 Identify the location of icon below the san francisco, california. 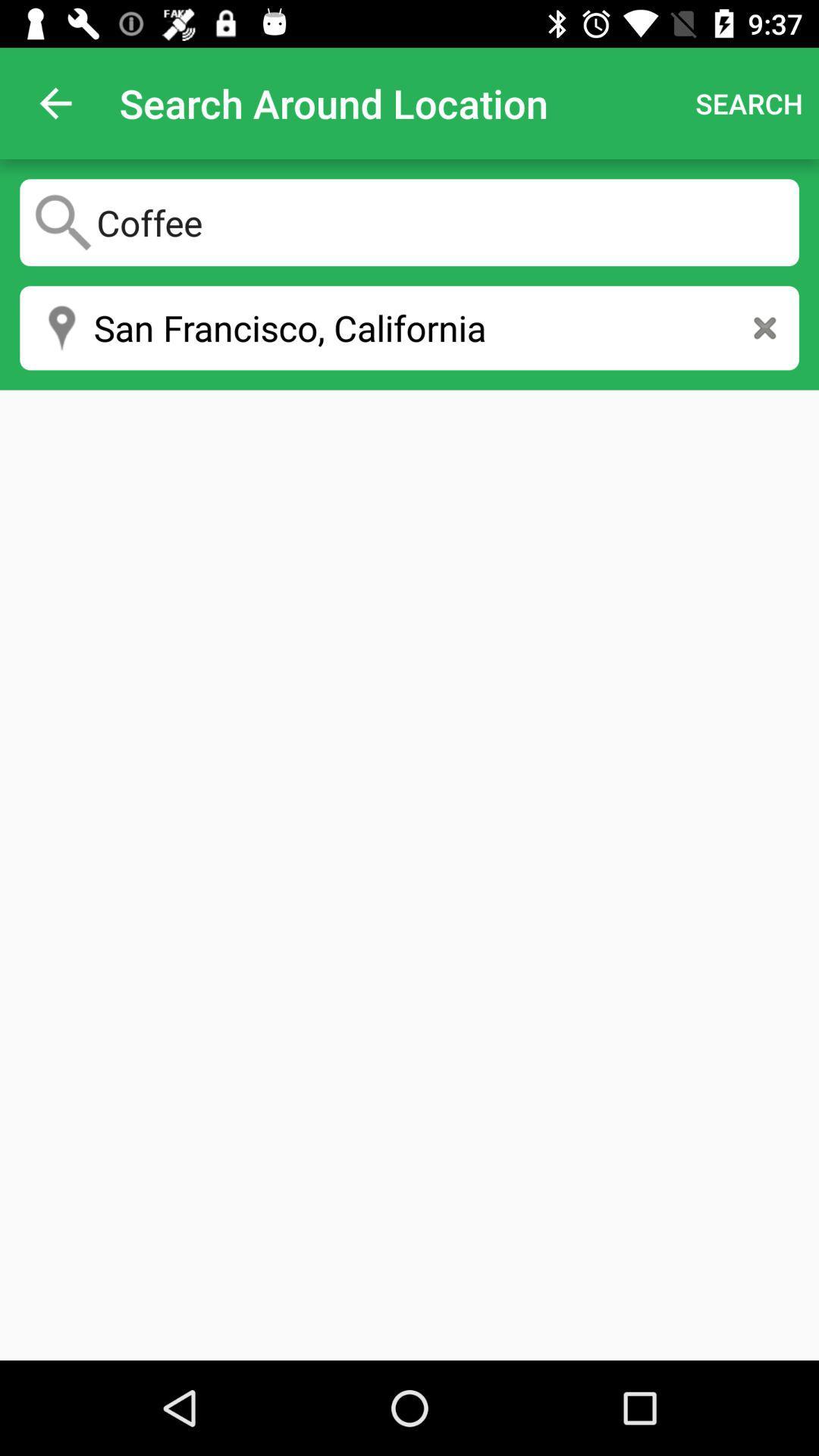
(409, 875).